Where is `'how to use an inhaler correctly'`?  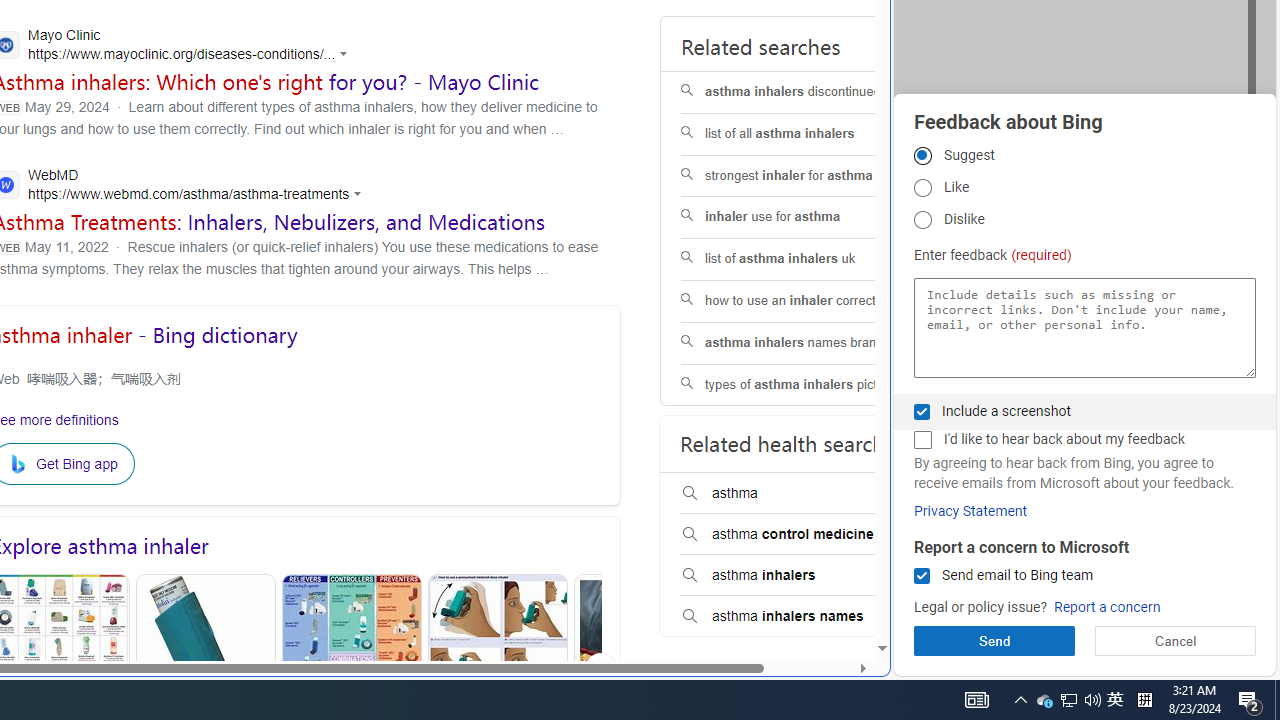
'how to use an inhaler correctly' is located at coordinates (807, 300).